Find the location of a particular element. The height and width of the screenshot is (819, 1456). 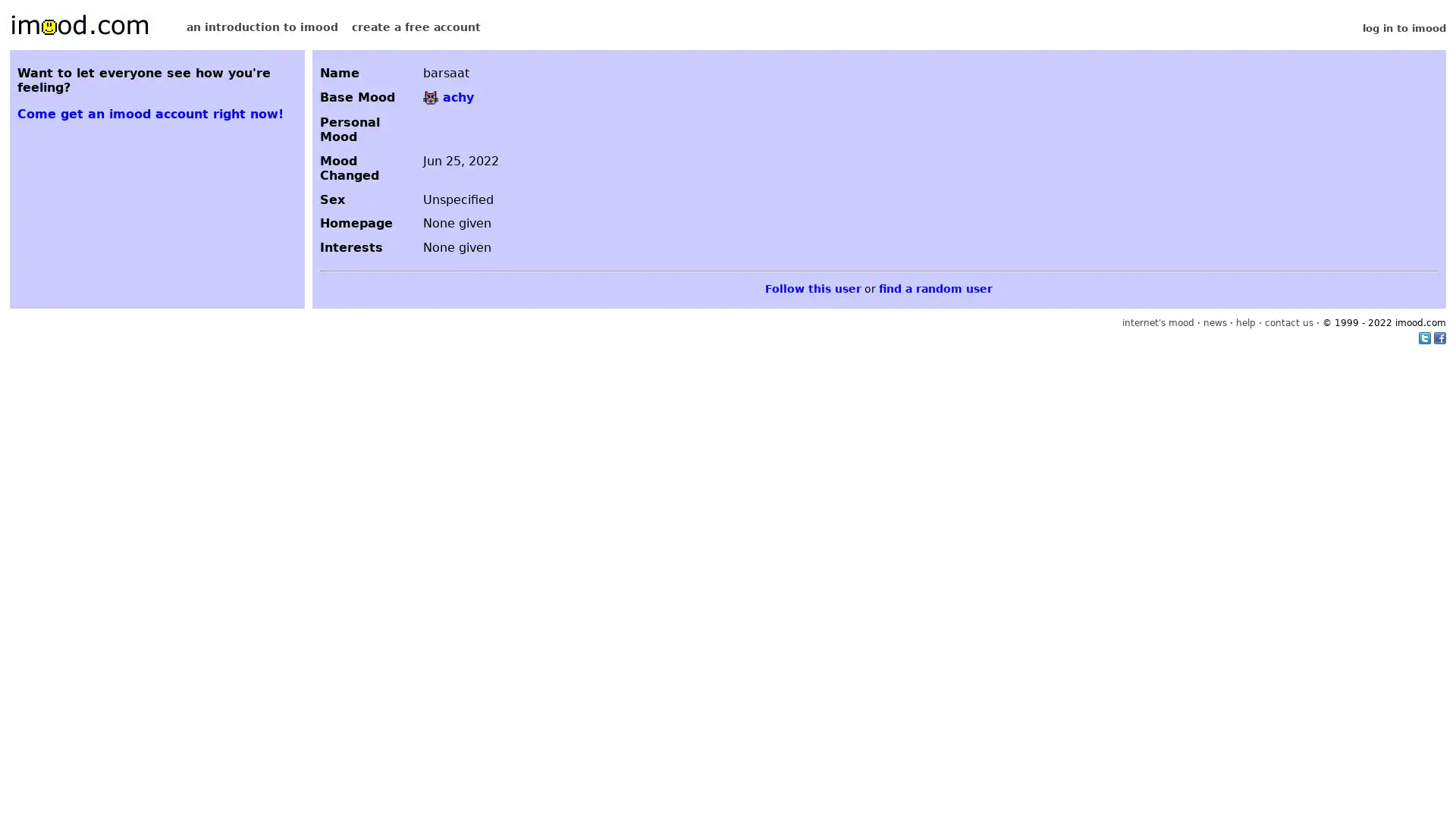

Follow this user is located at coordinates (812, 288).